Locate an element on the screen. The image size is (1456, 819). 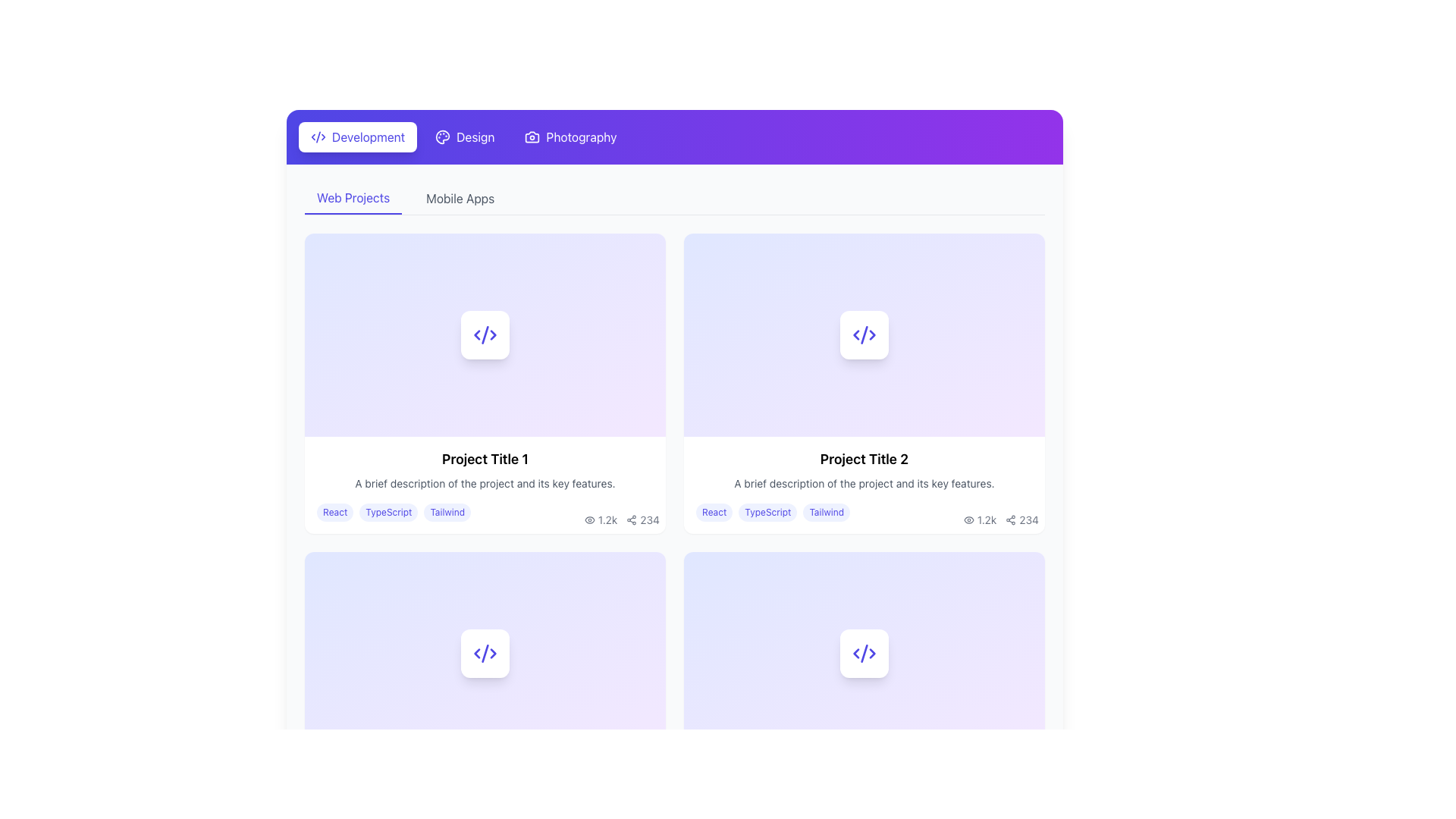
the circular button with a GitHub icon by is located at coordinates (617, 570).